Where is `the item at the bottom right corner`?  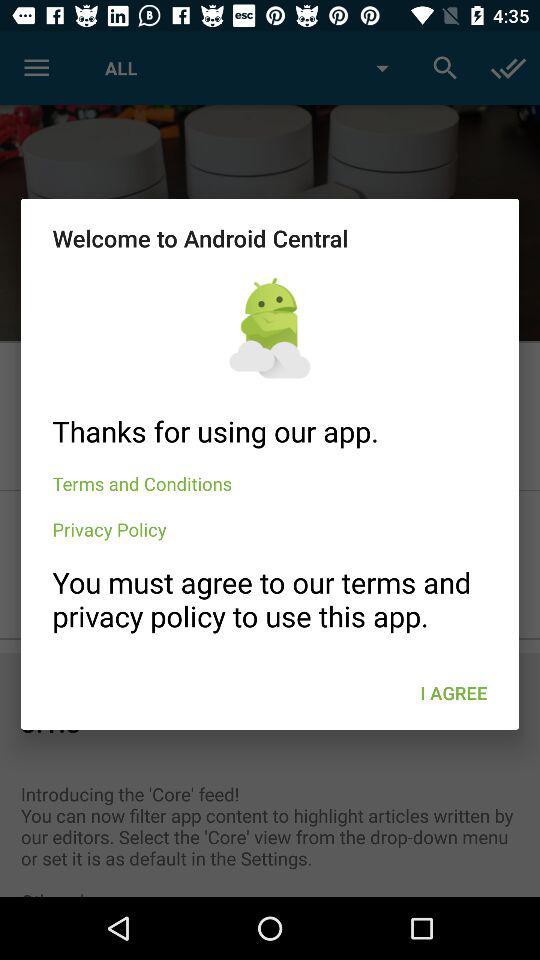
the item at the bottom right corner is located at coordinates (453, 693).